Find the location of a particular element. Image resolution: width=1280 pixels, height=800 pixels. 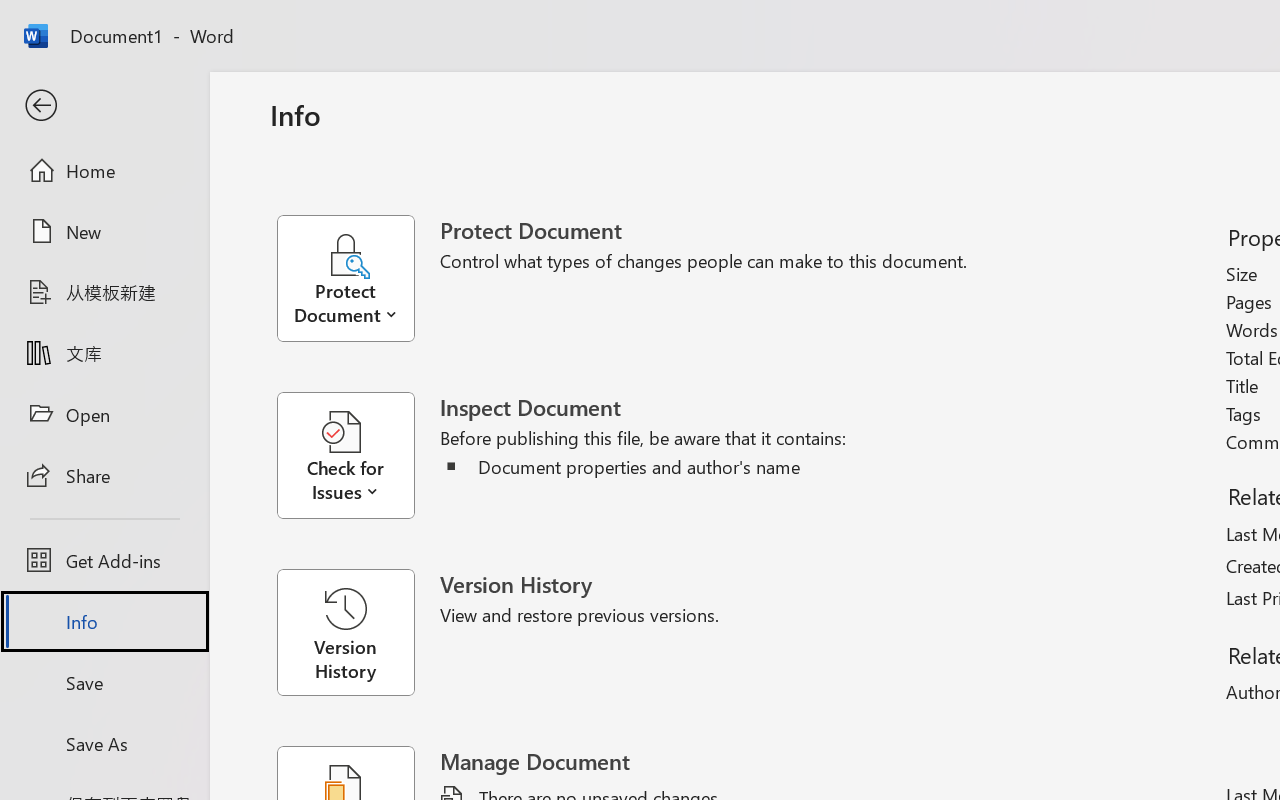

'Info' is located at coordinates (103, 621).